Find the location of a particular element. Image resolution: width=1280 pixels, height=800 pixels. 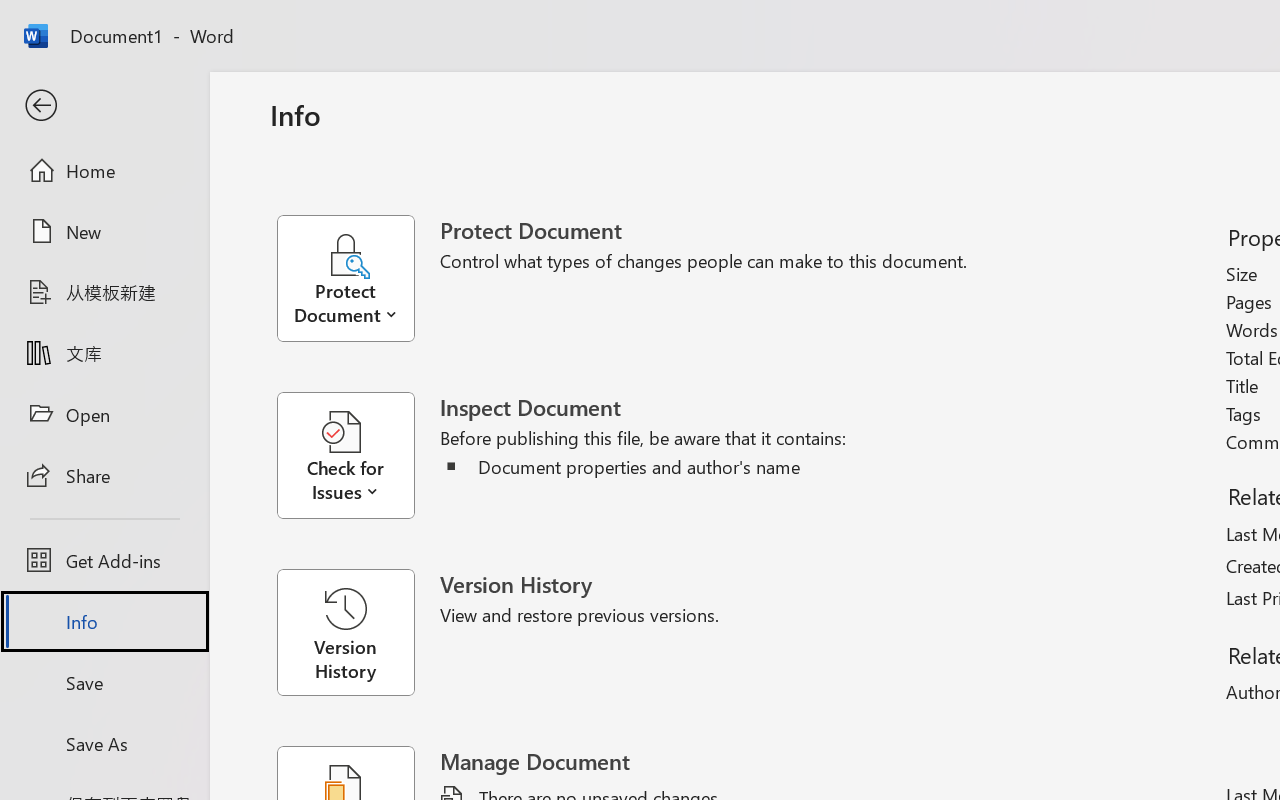

'Info' is located at coordinates (103, 621).